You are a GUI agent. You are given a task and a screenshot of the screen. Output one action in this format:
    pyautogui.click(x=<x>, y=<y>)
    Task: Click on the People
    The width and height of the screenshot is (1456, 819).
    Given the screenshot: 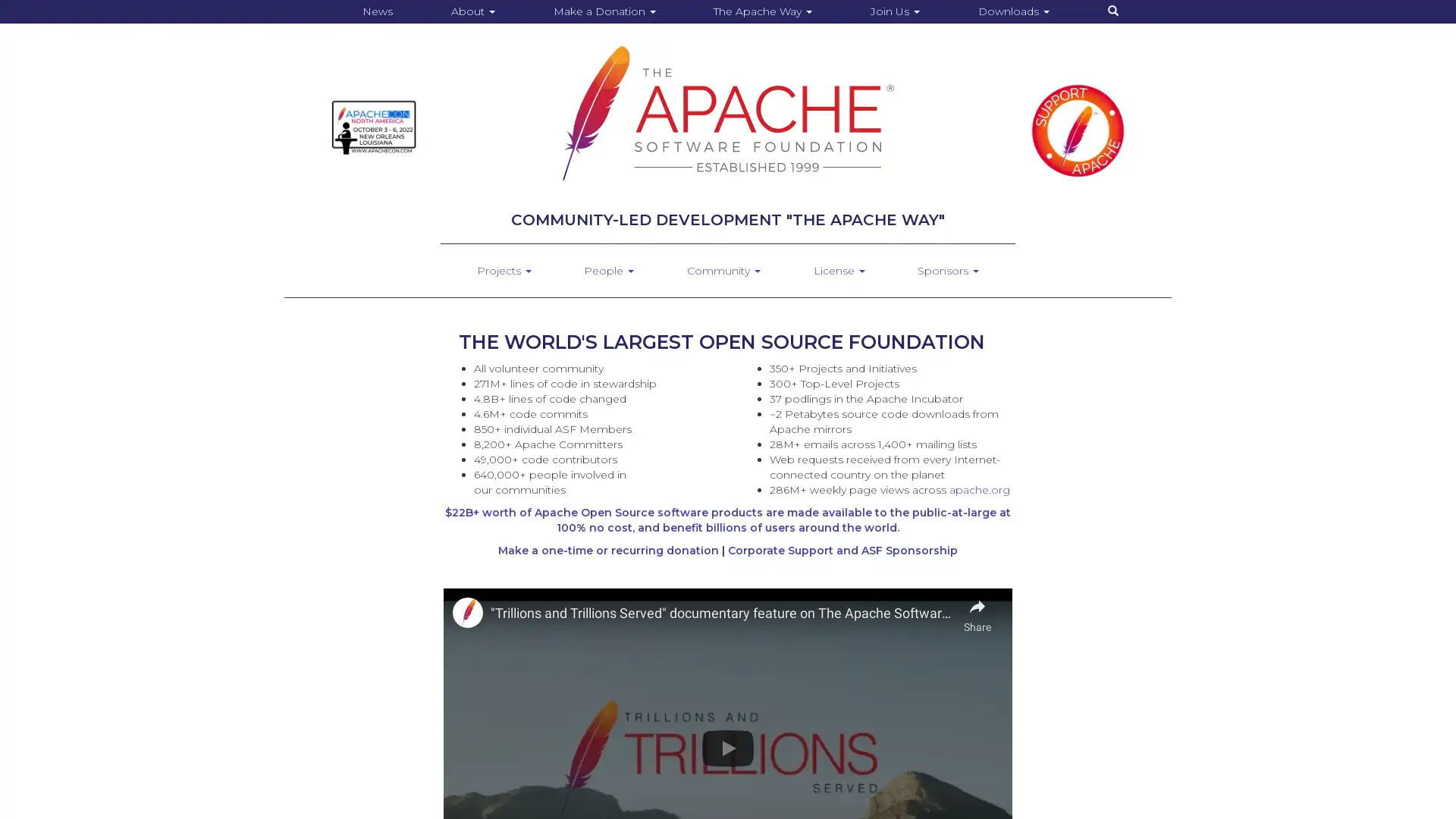 What is the action you would take?
    pyautogui.click(x=608, y=270)
    